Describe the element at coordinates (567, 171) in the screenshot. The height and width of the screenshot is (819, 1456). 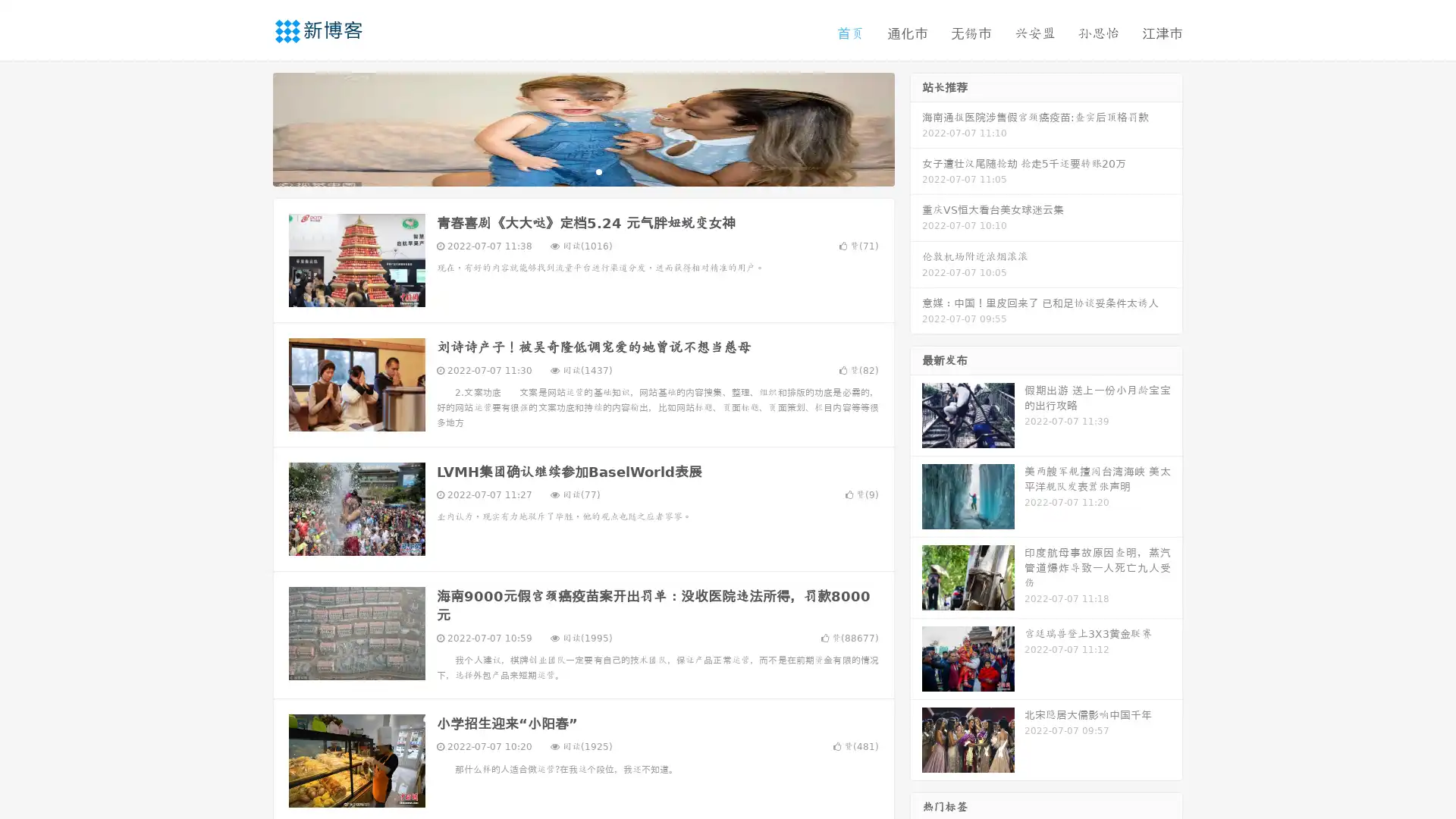
I see `Go to slide 1` at that location.